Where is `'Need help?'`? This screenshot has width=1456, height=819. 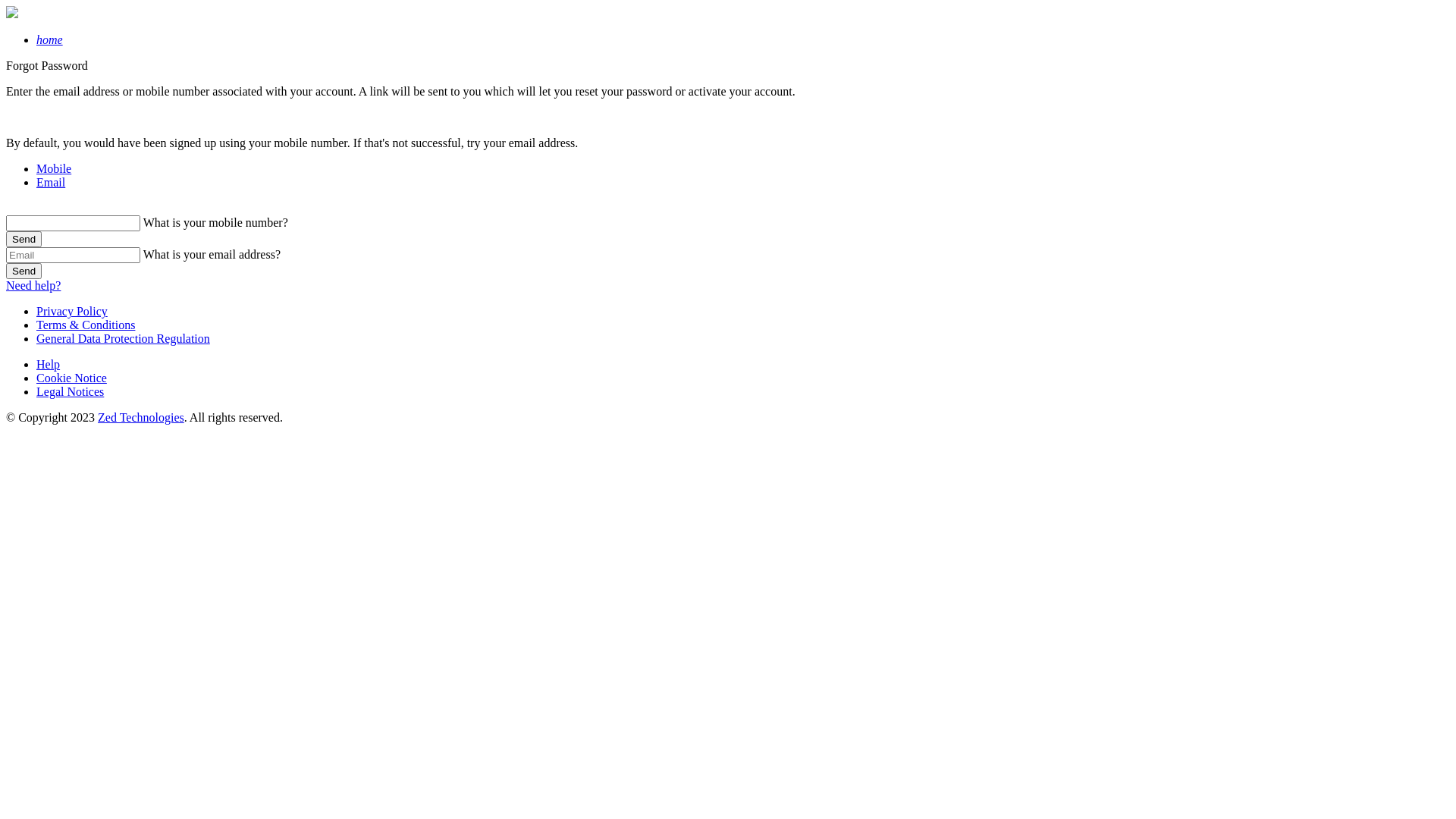 'Need help?' is located at coordinates (33, 285).